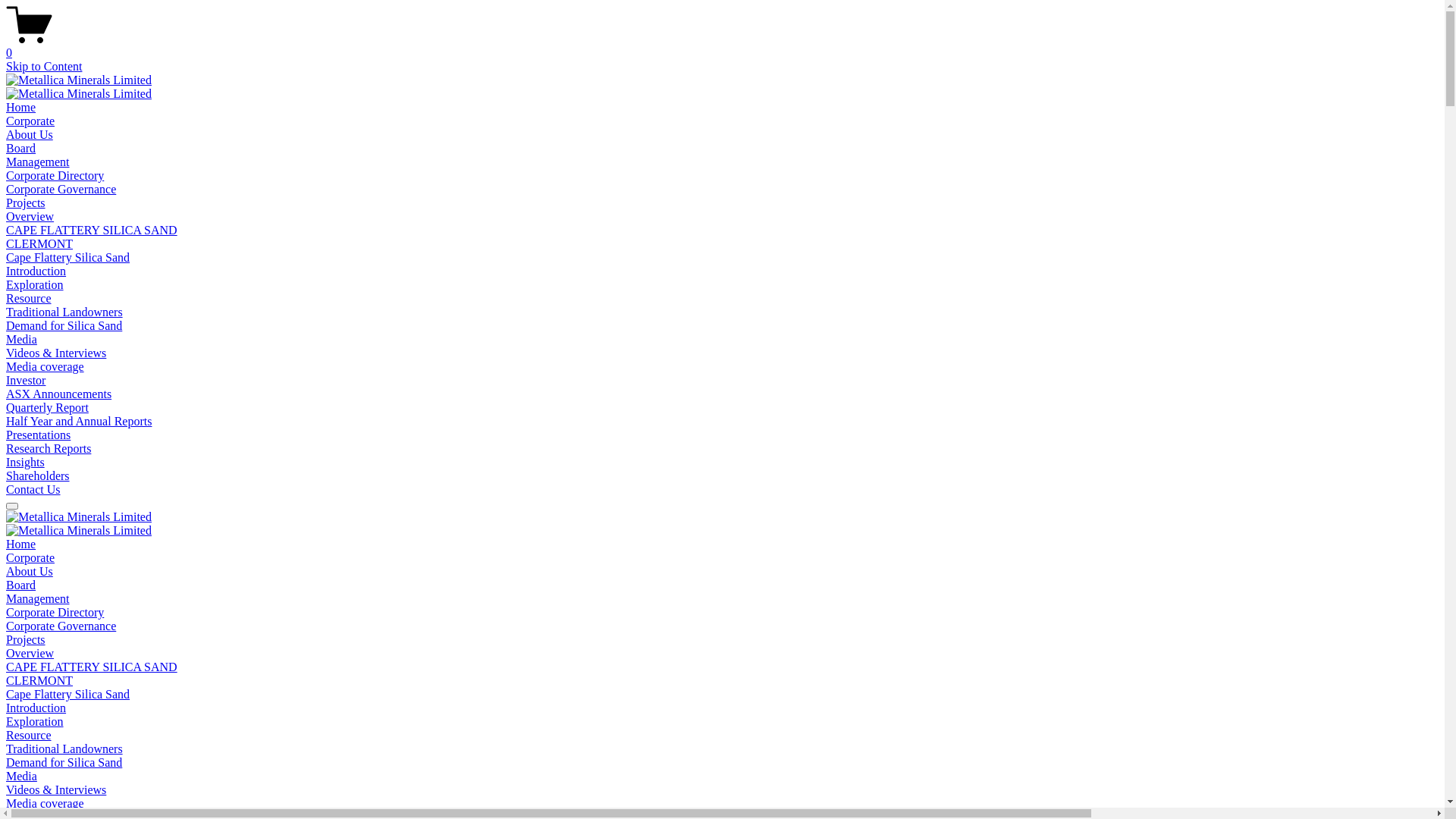 Image resolution: width=1456 pixels, height=819 pixels. I want to click on 'CAPE FLATTERY SILICA SAND', so click(90, 666).